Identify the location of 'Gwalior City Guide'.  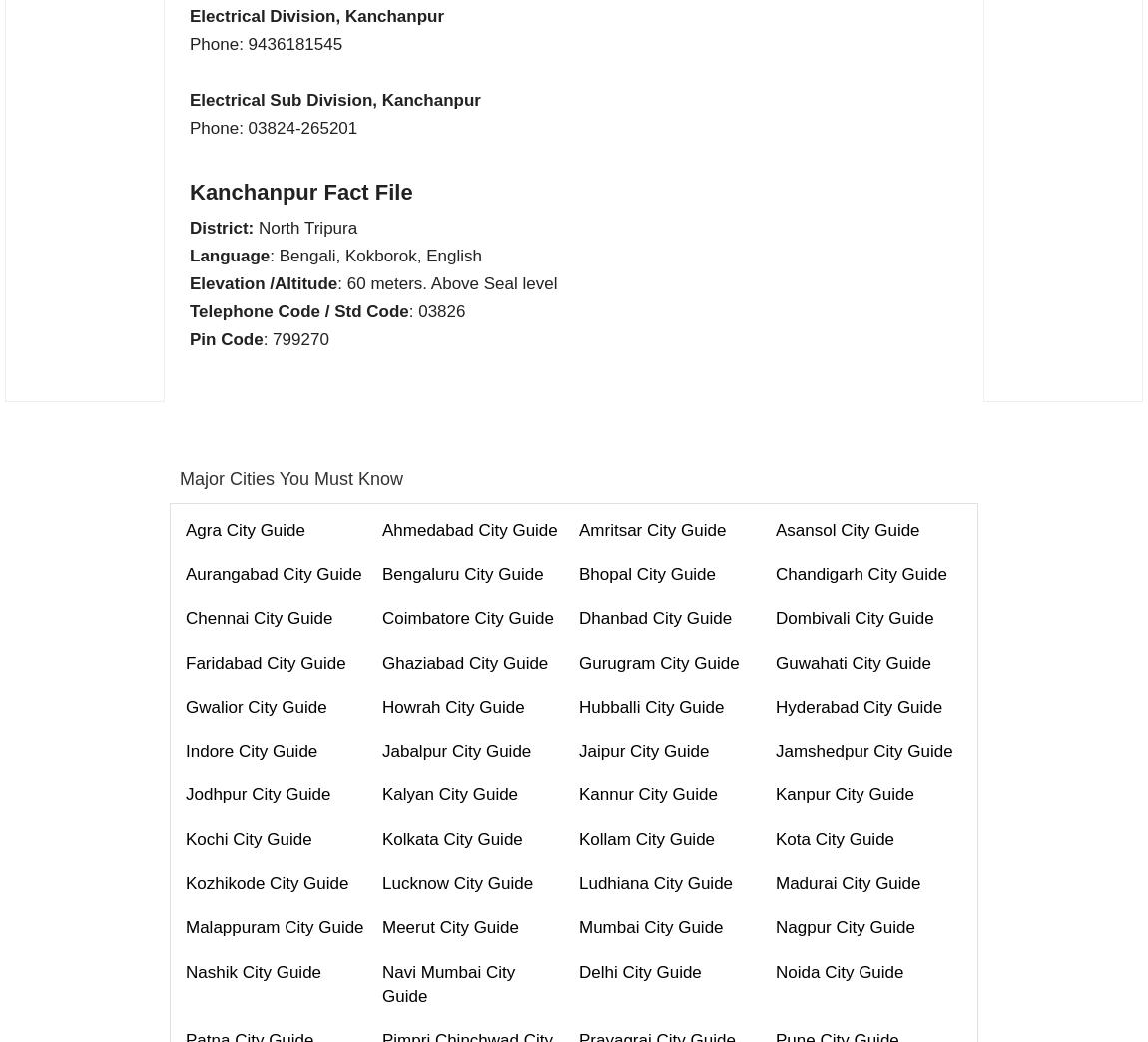
(255, 705).